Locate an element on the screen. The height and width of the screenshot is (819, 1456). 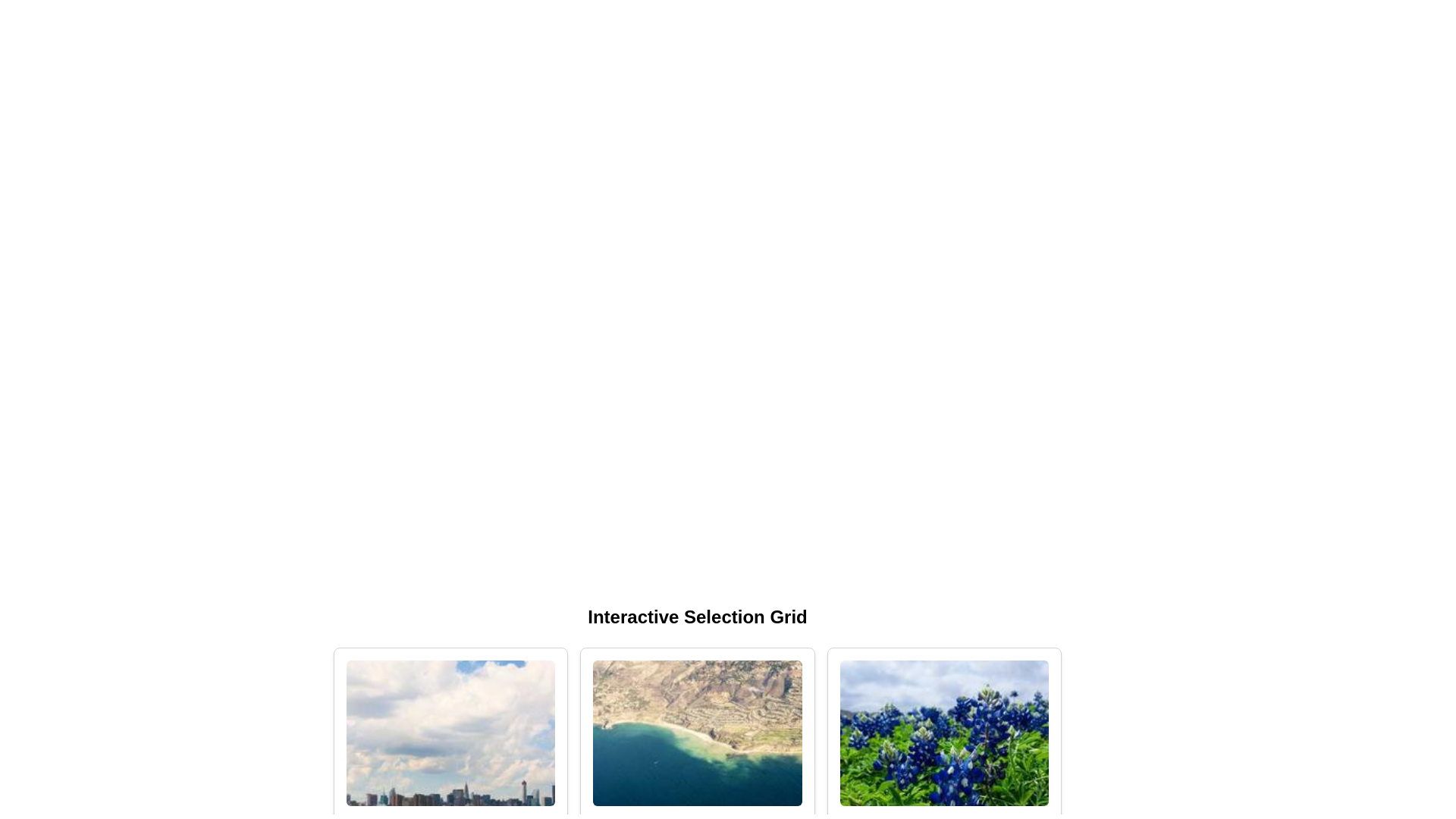
the image of item Item 1 to view its larger version is located at coordinates (450, 733).